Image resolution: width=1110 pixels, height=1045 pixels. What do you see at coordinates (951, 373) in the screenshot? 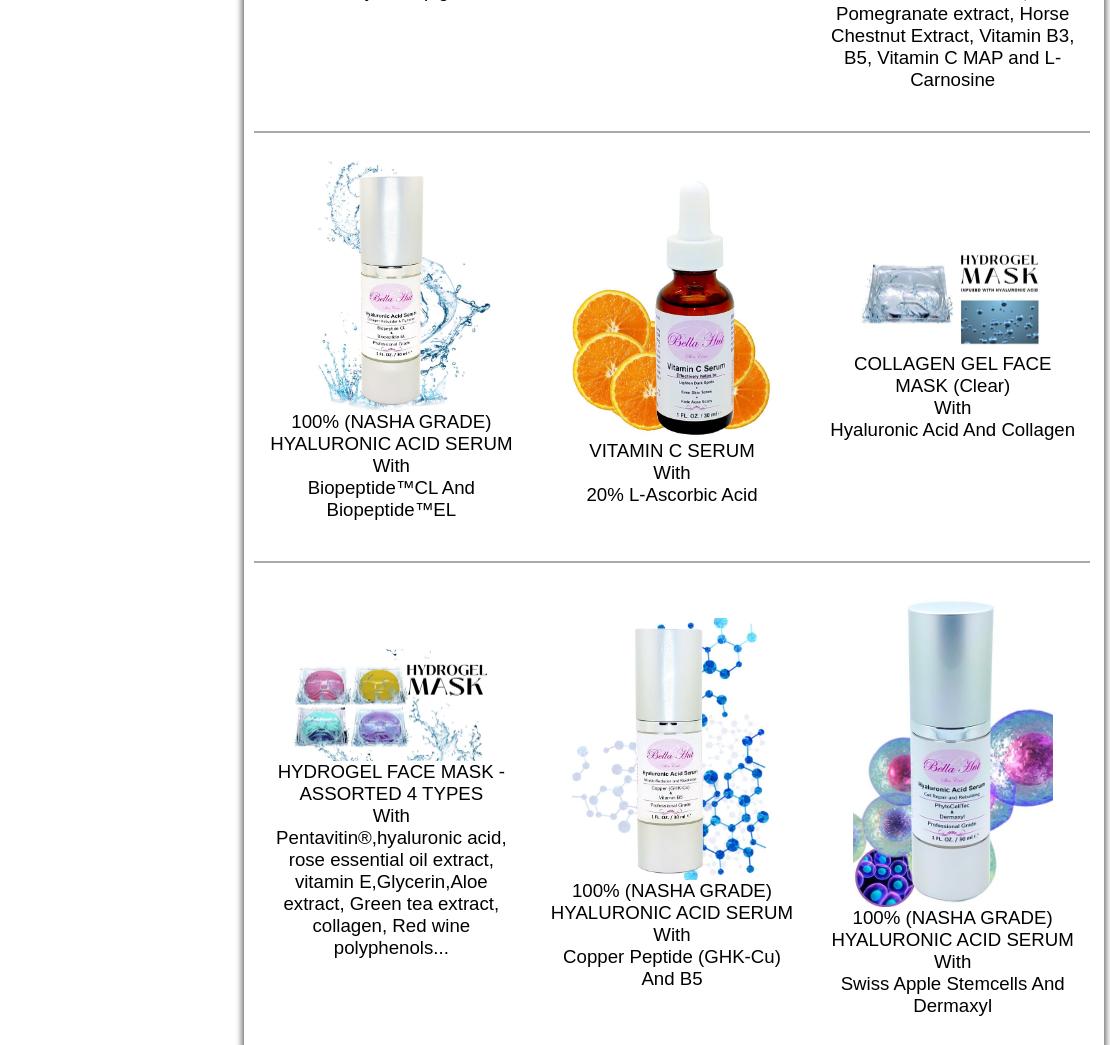
I see `'COLLAGEN GEL FACE MASK (Clear)'` at bounding box center [951, 373].